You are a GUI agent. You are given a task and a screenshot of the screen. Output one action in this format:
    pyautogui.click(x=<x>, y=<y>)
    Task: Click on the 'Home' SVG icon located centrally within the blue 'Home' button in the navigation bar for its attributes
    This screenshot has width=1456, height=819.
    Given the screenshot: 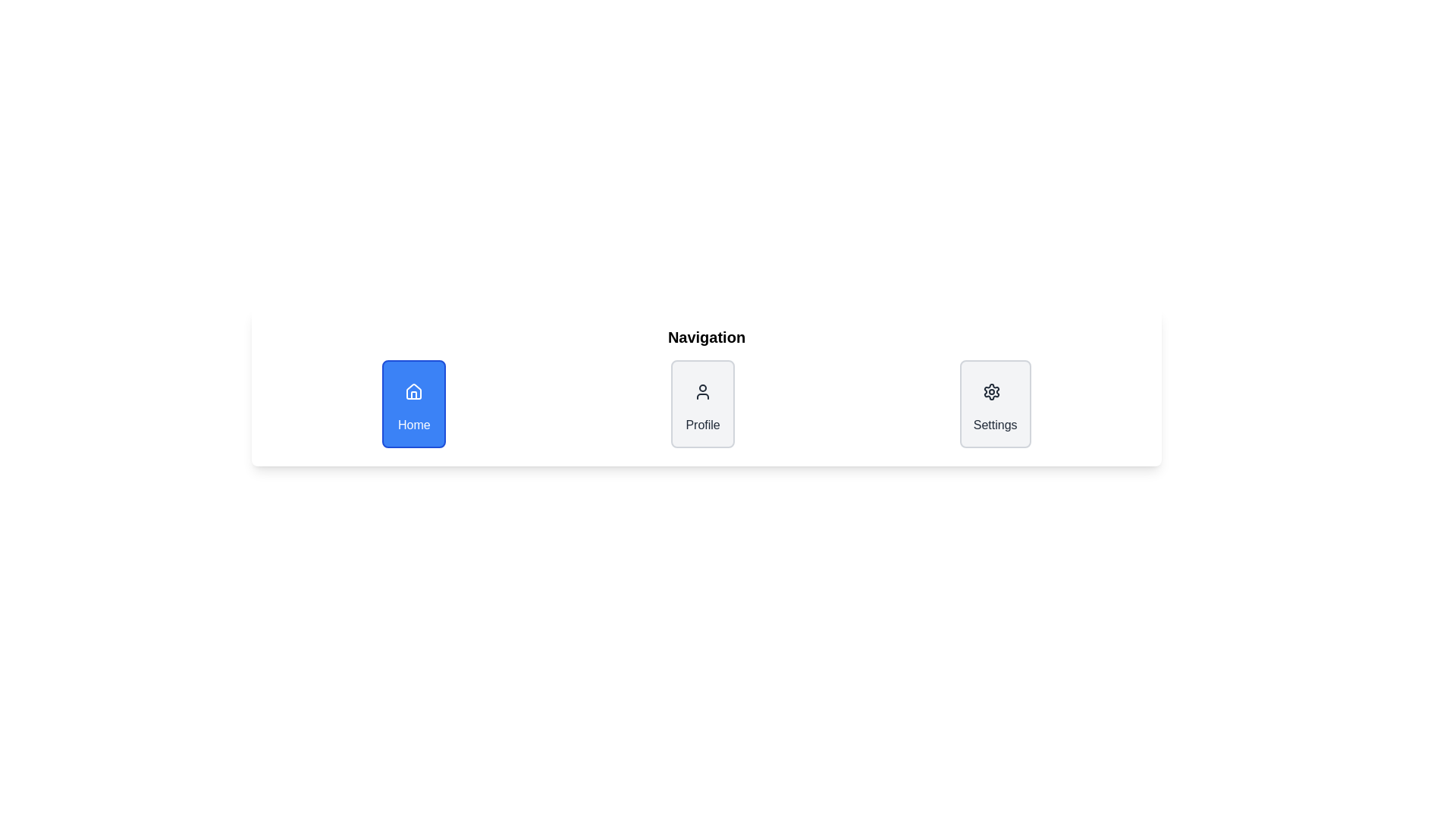 What is the action you would take?
    pyautogui.click(x=414, y=391)
    